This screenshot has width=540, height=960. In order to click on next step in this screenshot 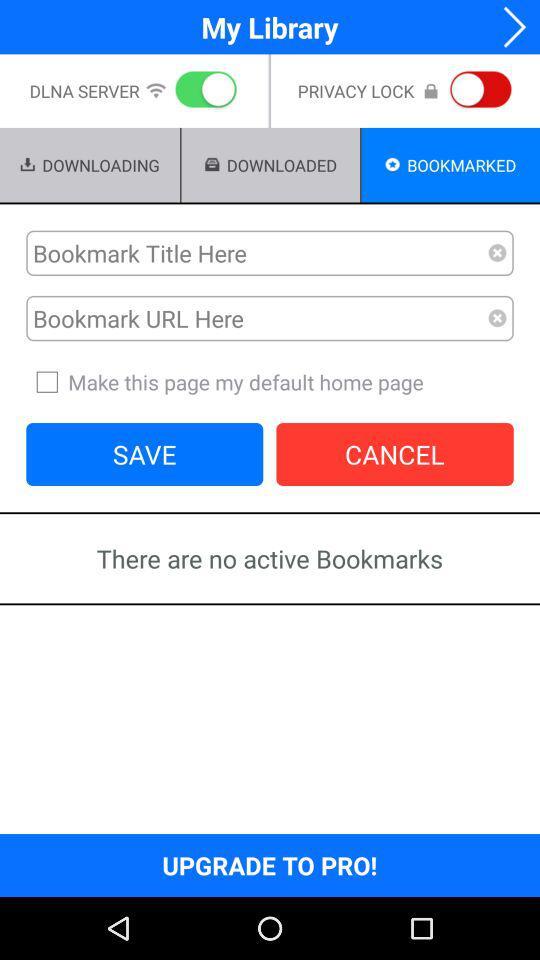, I will do `click(508, 26)`.